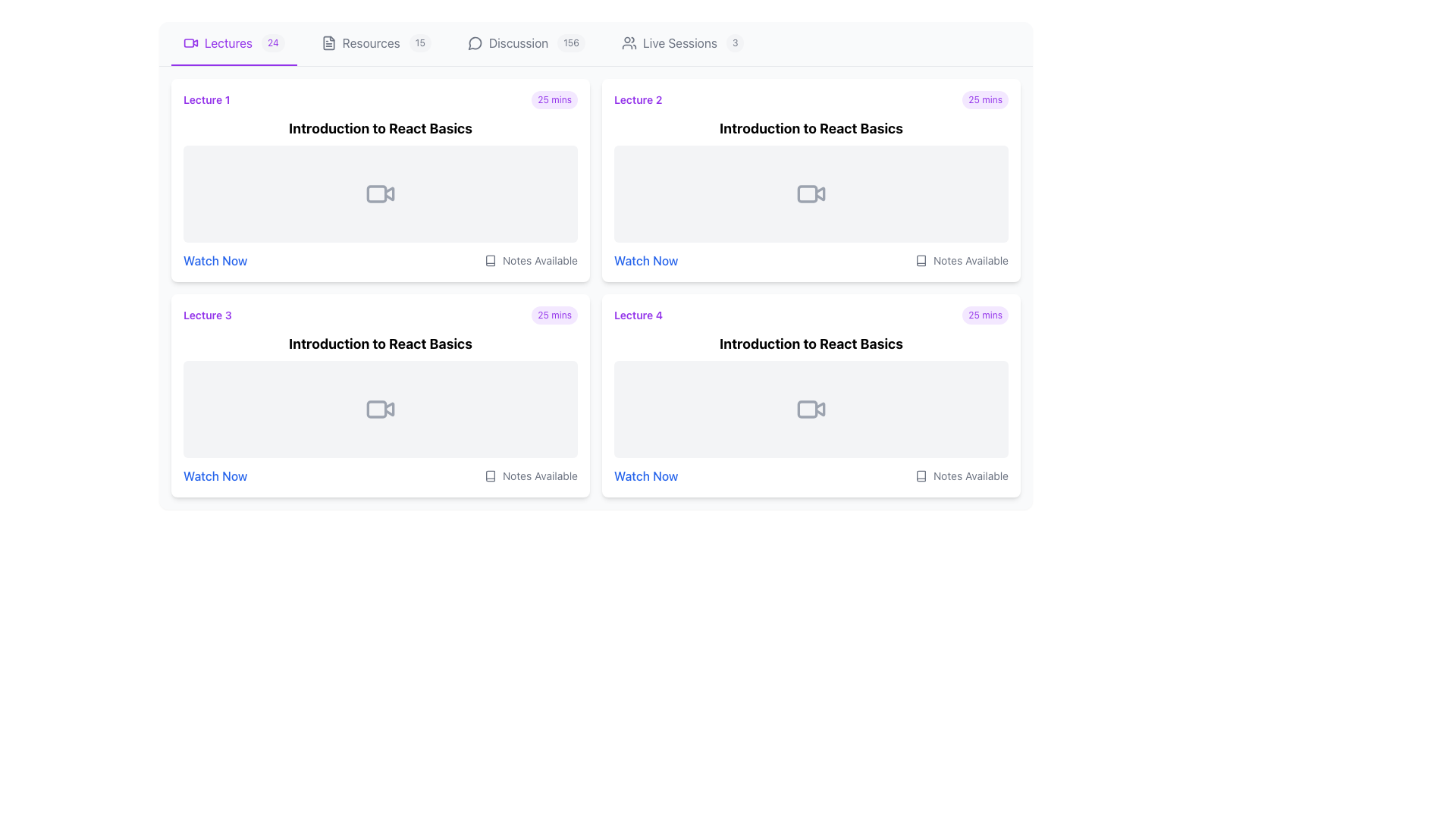  What do you see at coordinates (811, 409) in the screenshot?
I see `the SVG icon representing the availability of video playback for 'Lecture 4', located in the center of the lecture card above the 'Watch Now' button` at bounding box center [811, 409].